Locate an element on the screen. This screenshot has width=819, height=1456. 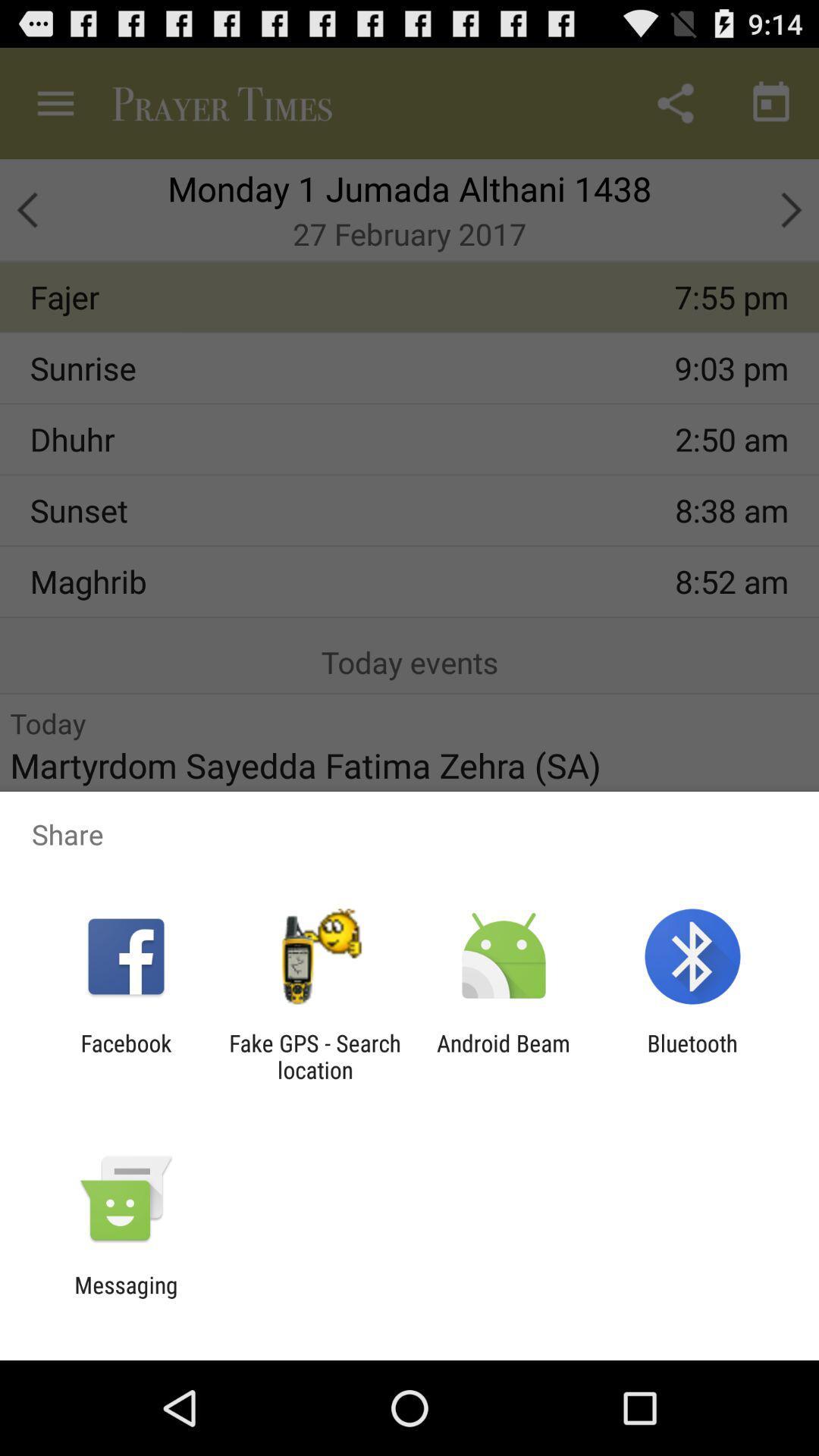
the app next to the android beam icon is located at coordinates (692, 1056).